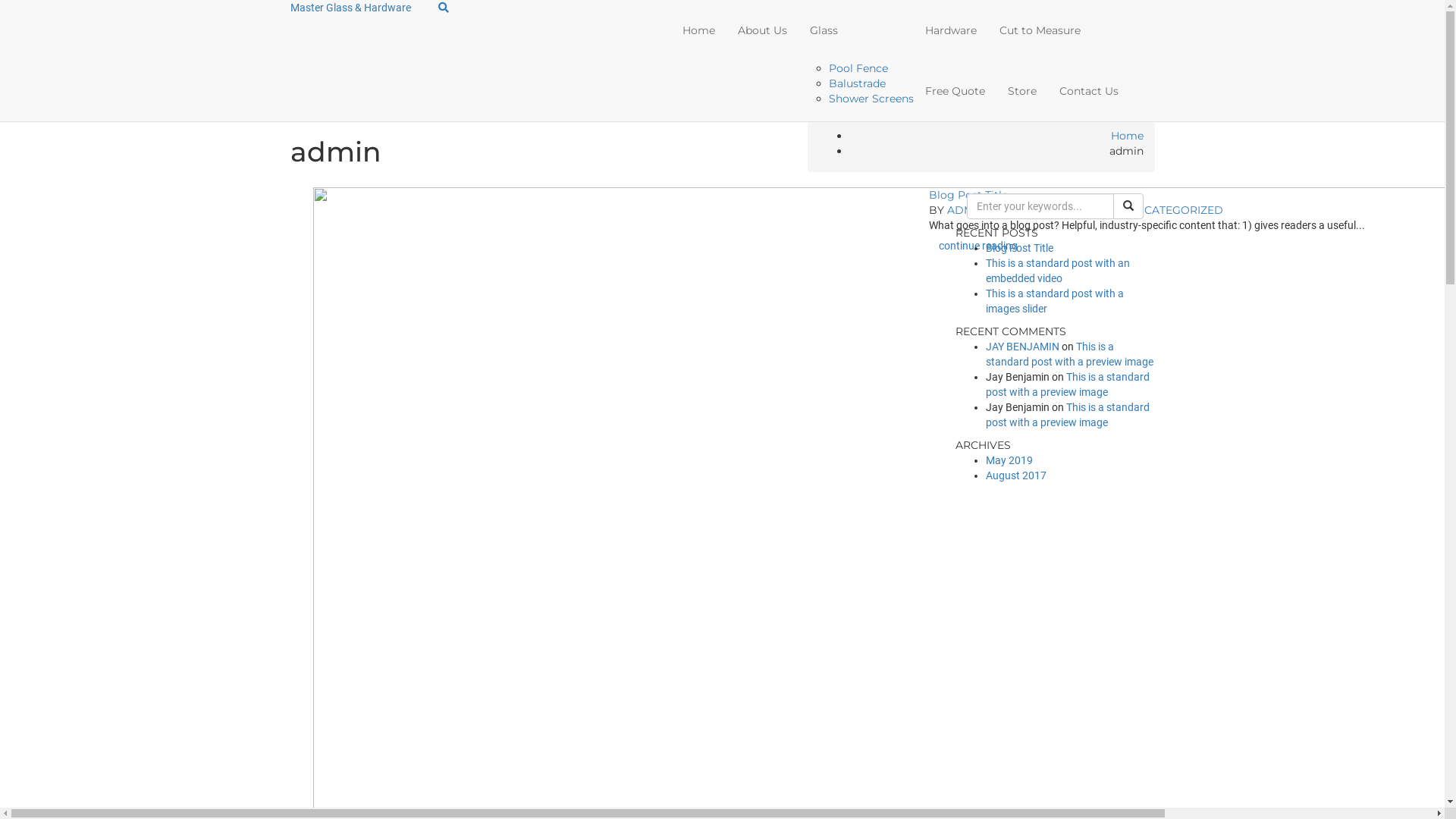 Image resolution: width=1456 pixels, height=819 pixels. I want to click on 'Glass', so click(855, 30).